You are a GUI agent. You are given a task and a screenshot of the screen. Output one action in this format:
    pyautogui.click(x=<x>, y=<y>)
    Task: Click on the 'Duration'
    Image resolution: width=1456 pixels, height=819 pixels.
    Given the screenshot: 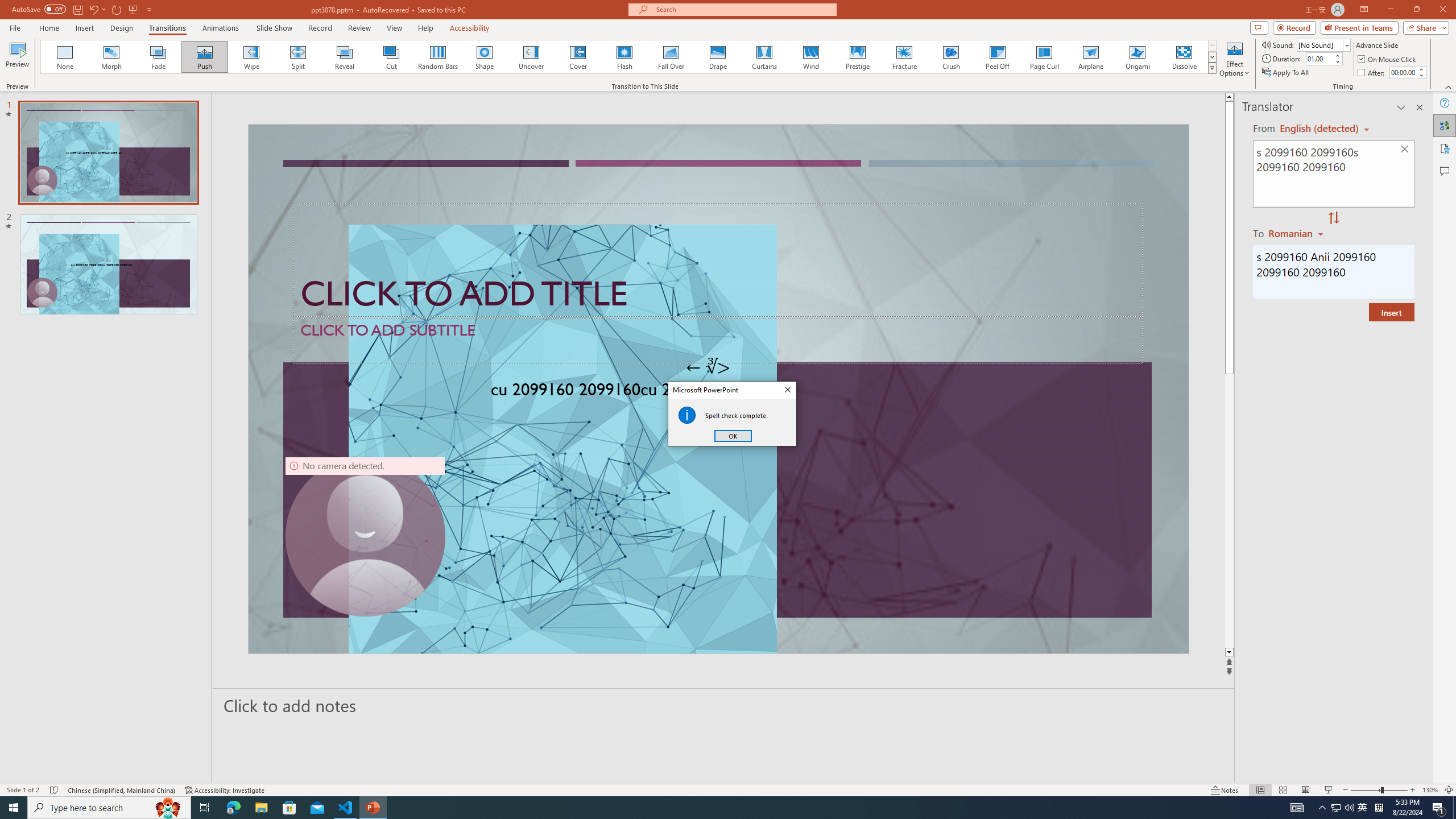 What is the action you would take?
    pyautogui.click(x=1319, y=58)
    